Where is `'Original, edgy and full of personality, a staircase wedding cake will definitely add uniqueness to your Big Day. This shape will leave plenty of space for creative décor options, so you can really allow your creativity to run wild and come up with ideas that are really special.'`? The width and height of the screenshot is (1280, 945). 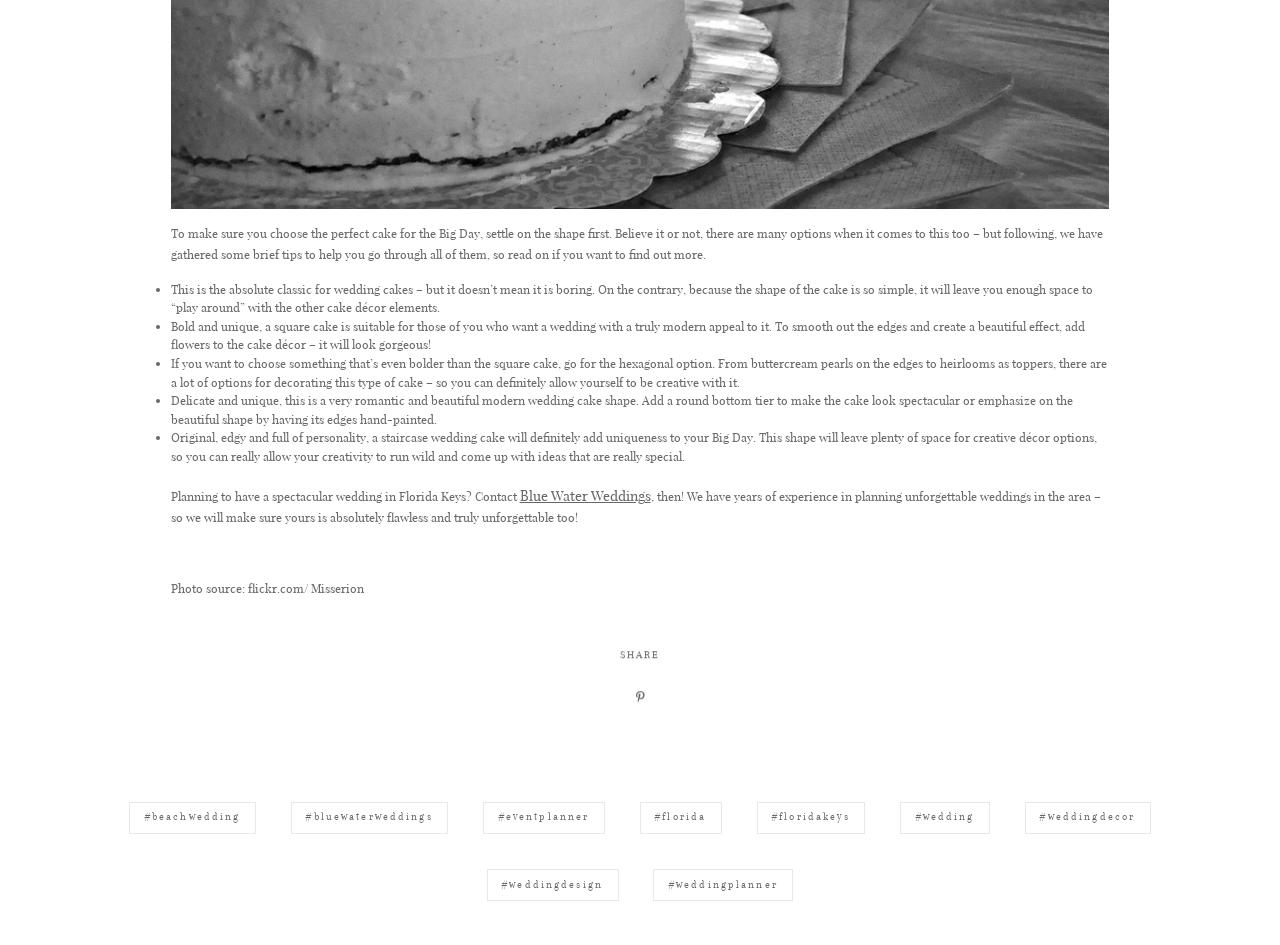 'Original, edgy and full of personality, a staircase wedding cake will definitely add uniqueness to your Big Day. This shape will leave plenty of space for creative décor options, so you can really allow your creativity to run wild and come up with ideas that are really special.' is located at coordinates (631, 446).